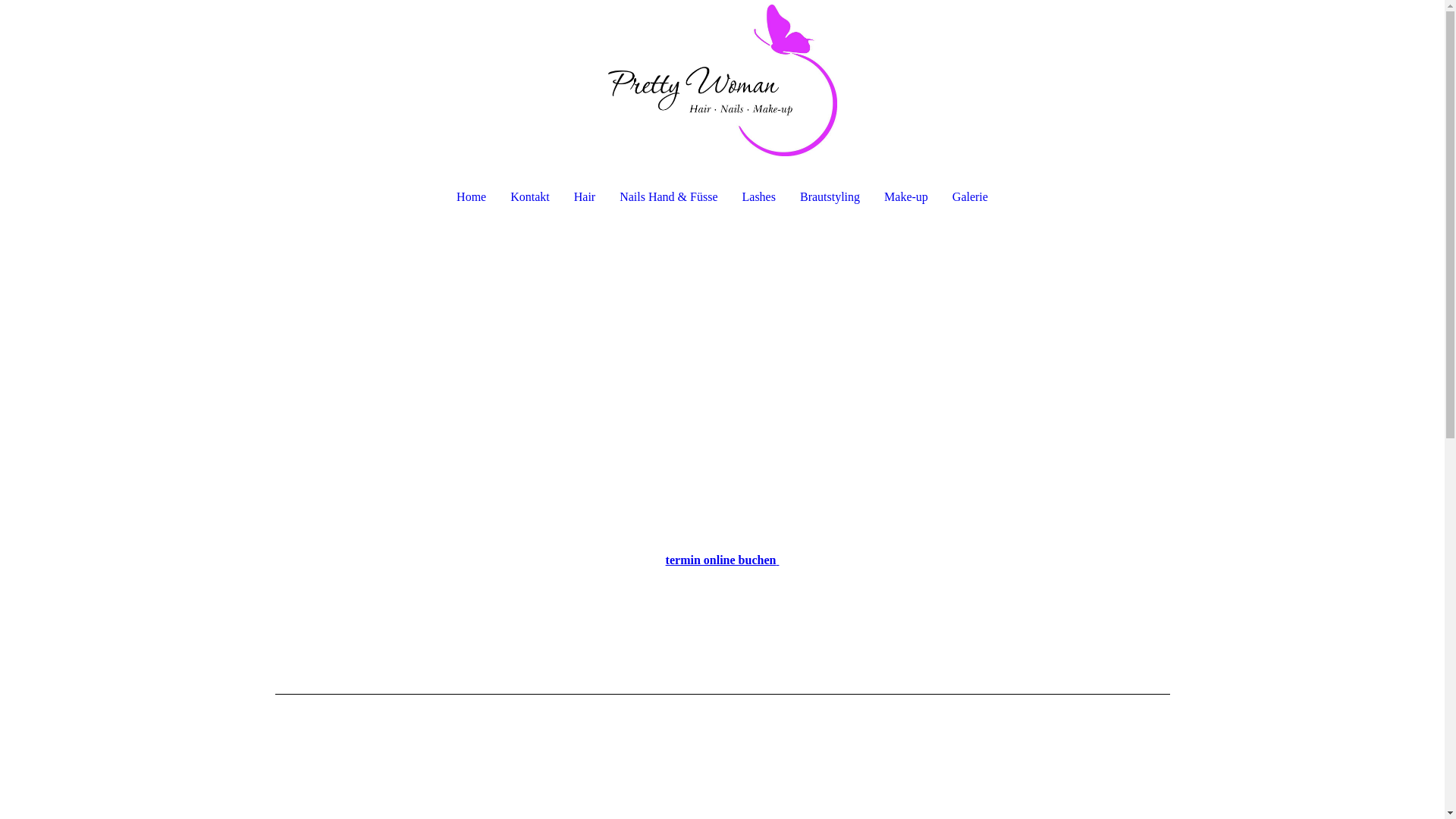 The width and height of the screenshot is (1456, 819). I want to click on 'Lashes', so click(759, 196).